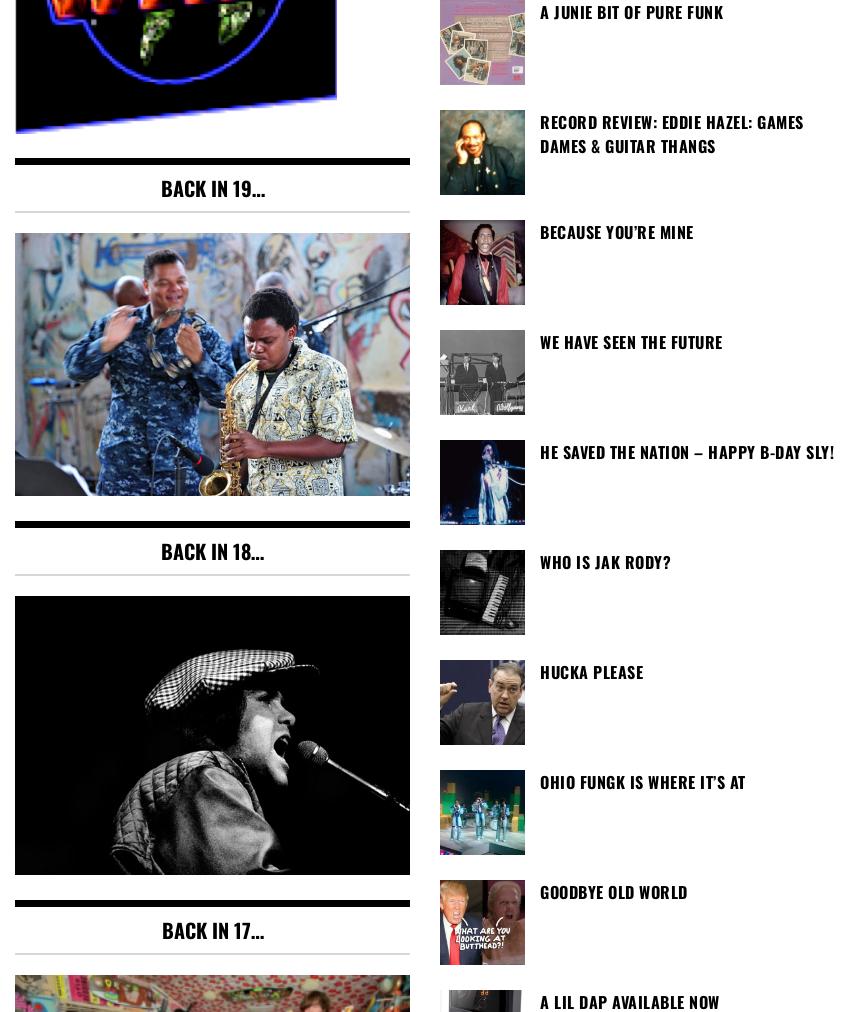  What do you see at coordinates (685, 451) in the screenshot?
I see `'He Saved The Nation – Happy B-Day Sly!'` at bounding box center [685, 451].